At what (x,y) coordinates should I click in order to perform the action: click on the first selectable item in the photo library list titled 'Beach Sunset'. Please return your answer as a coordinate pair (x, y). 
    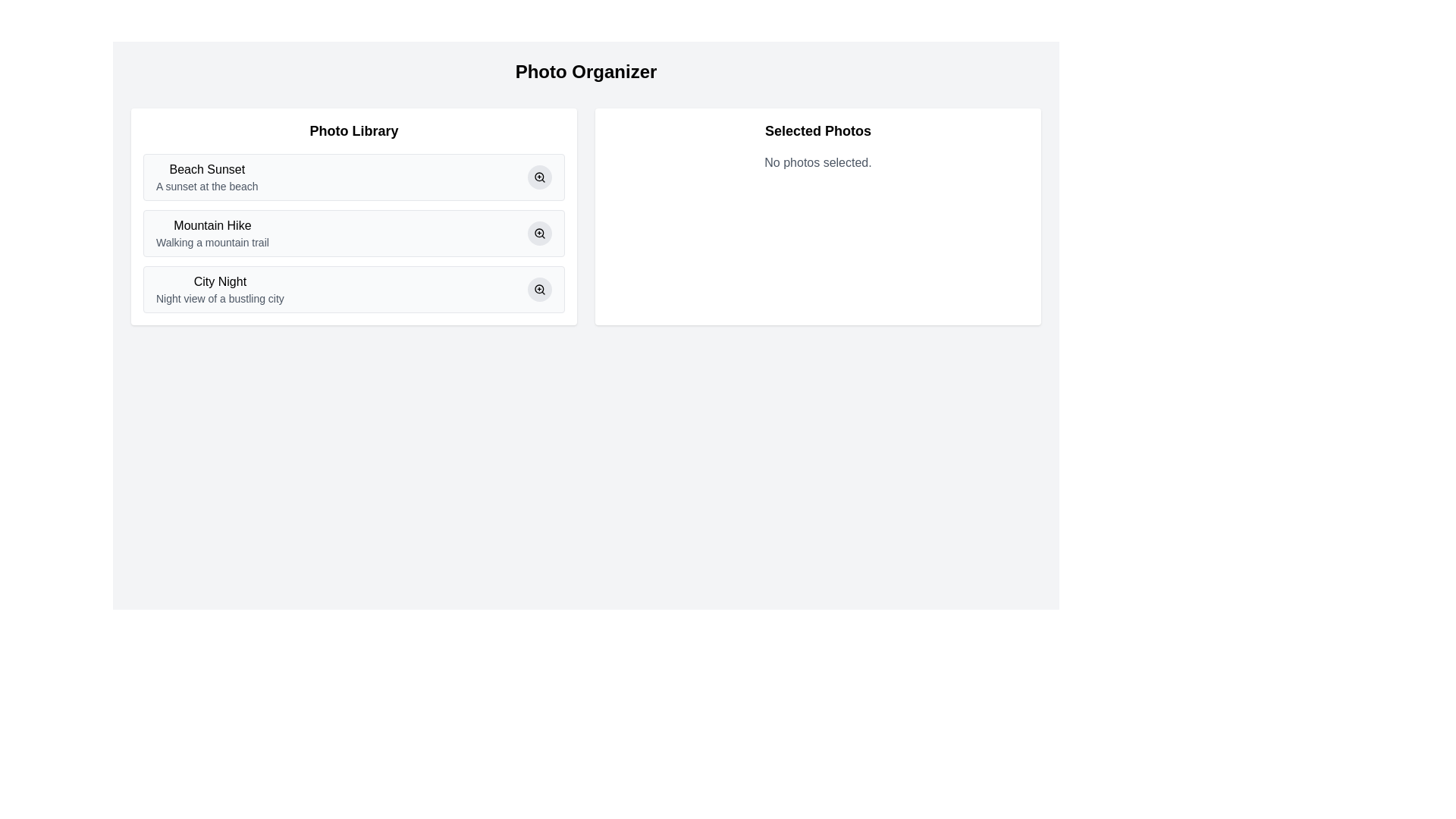
    Looking at the image, I should click on (353, 177).